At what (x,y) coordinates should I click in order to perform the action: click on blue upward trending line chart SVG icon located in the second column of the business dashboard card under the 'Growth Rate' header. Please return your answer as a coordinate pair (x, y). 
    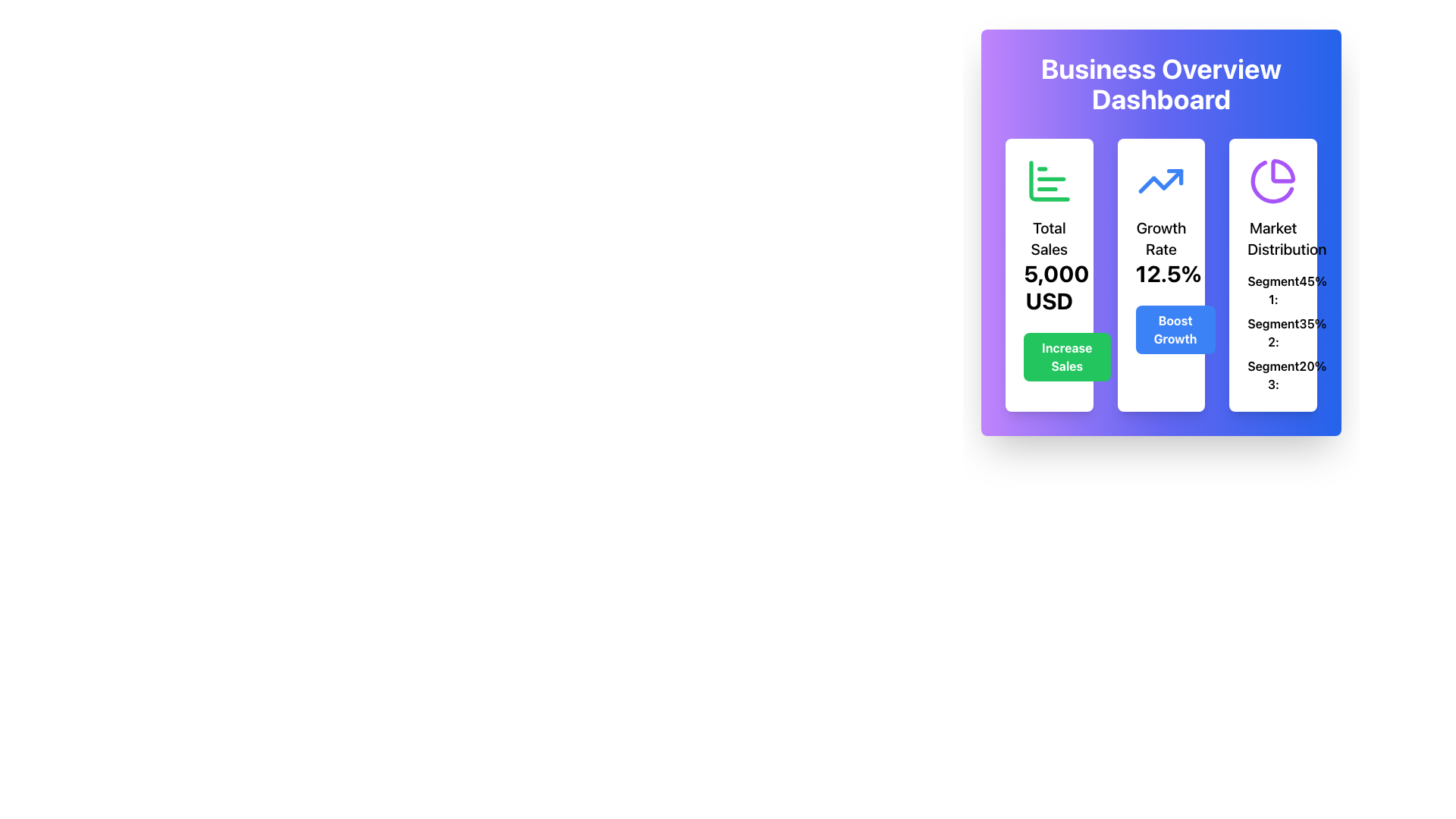
    Looking at the image, I should click on (1160, 180).